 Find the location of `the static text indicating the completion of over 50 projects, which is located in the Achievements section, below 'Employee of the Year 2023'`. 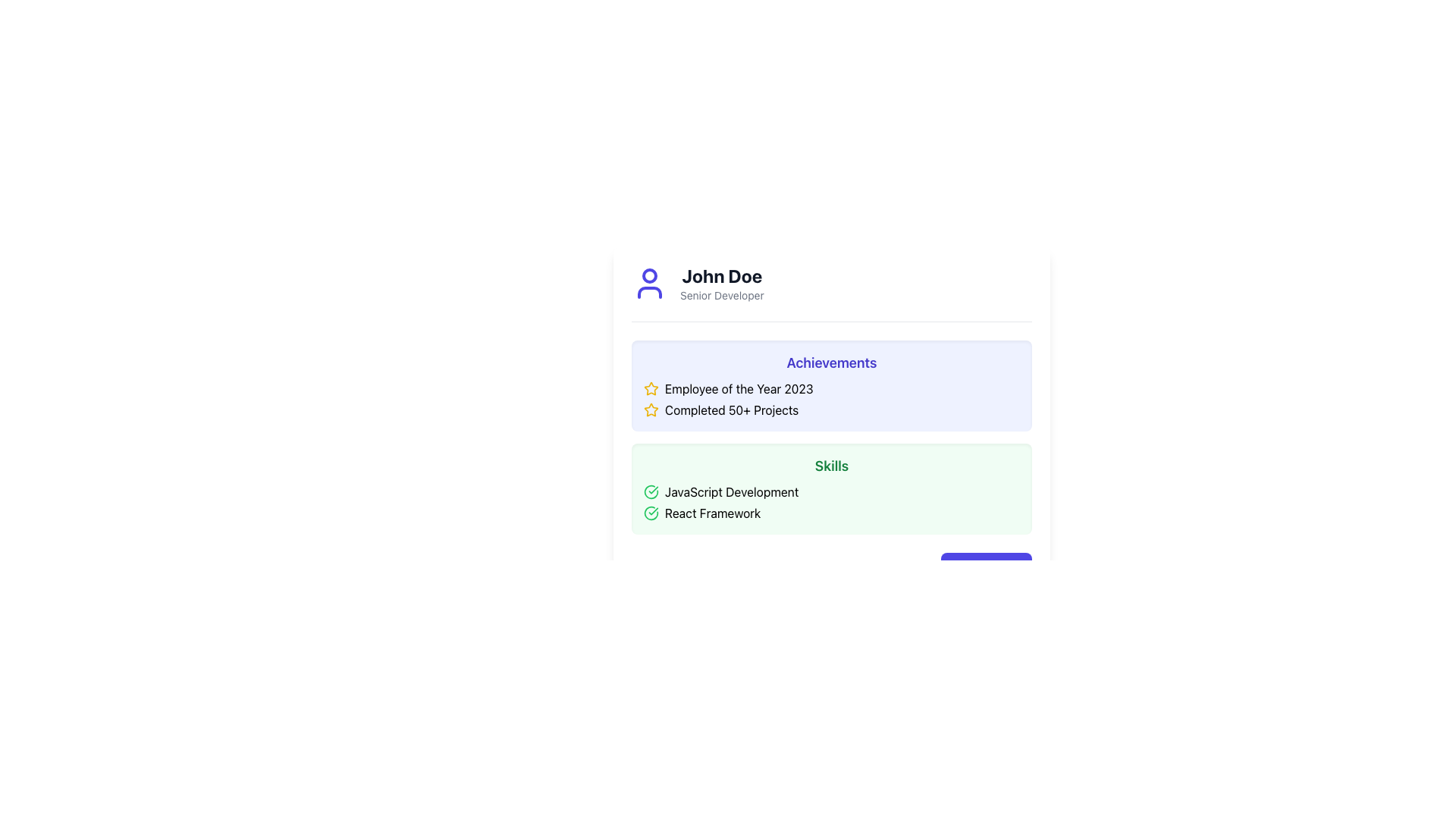

the static text indicating the completion of over 50 projects, which is located in the Achievements section, below 'Employee of the Year 2023' is located at coordinates (732, 409).